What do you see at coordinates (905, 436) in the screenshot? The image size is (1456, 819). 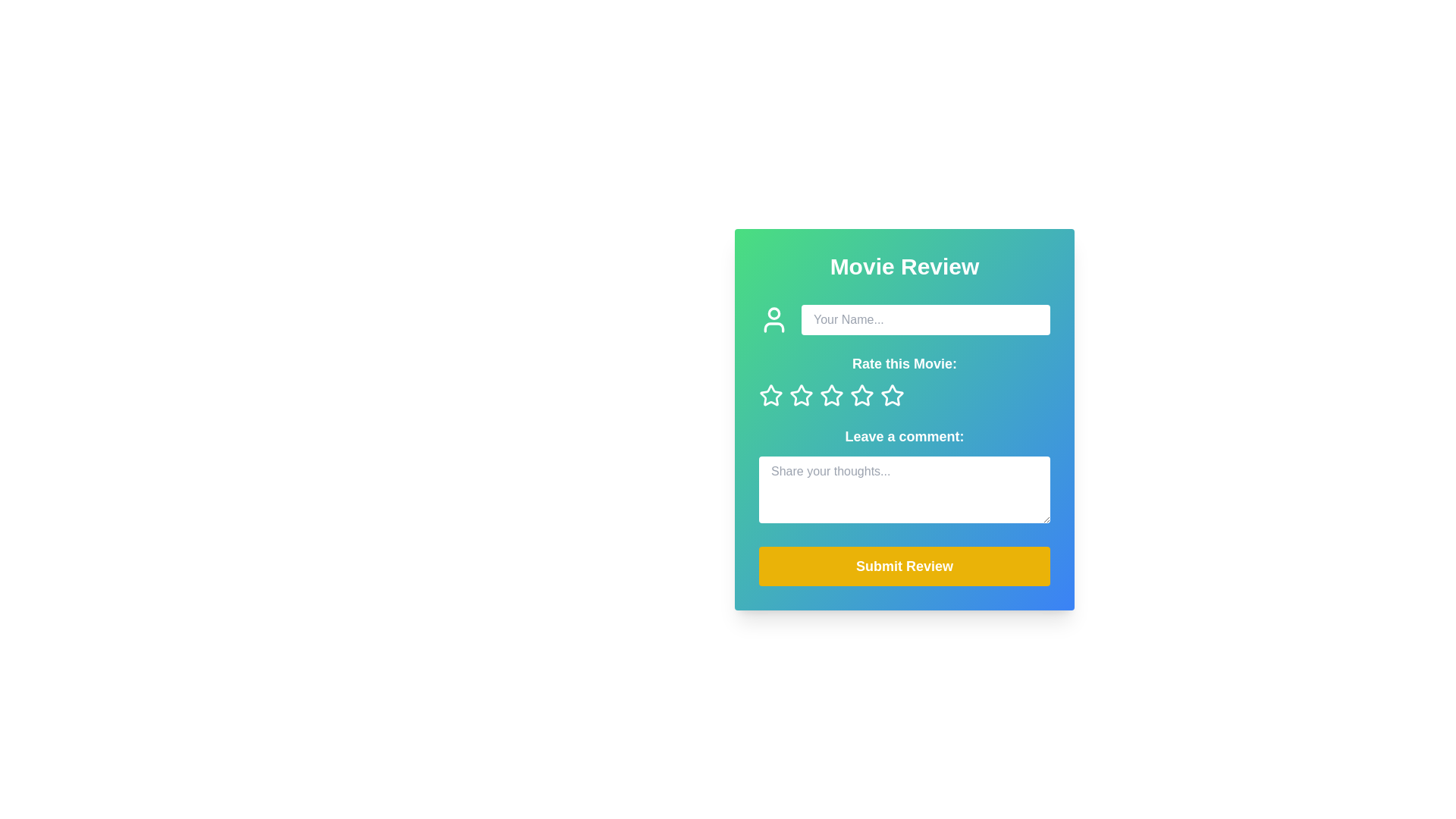 I see `the text label that reads 'Leave a comment:' which is positioned below the star rating icons and above the text input box` at bounding box center [905, 436].